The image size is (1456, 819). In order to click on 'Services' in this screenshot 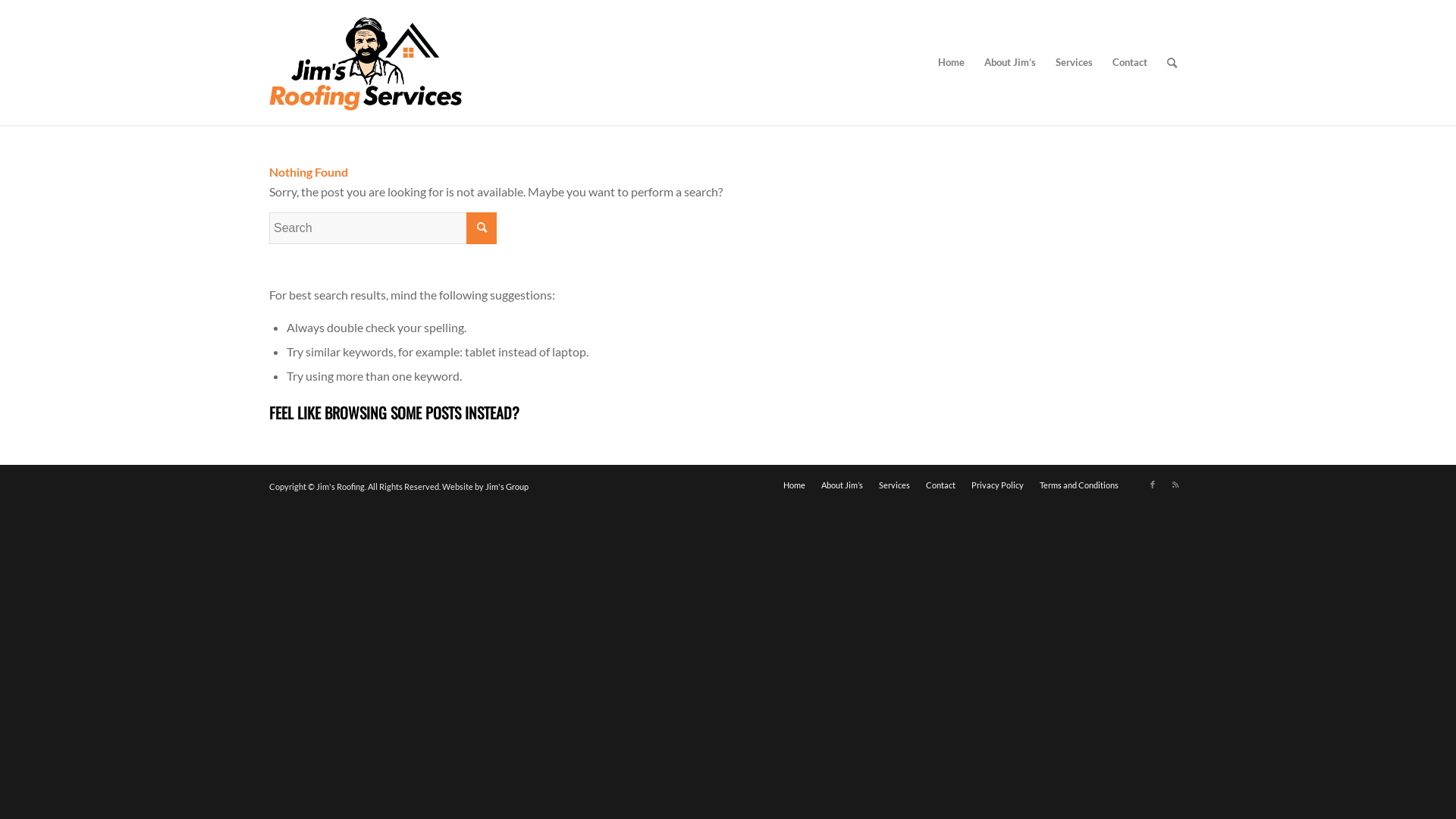, I will do `click(1073, 61)`.